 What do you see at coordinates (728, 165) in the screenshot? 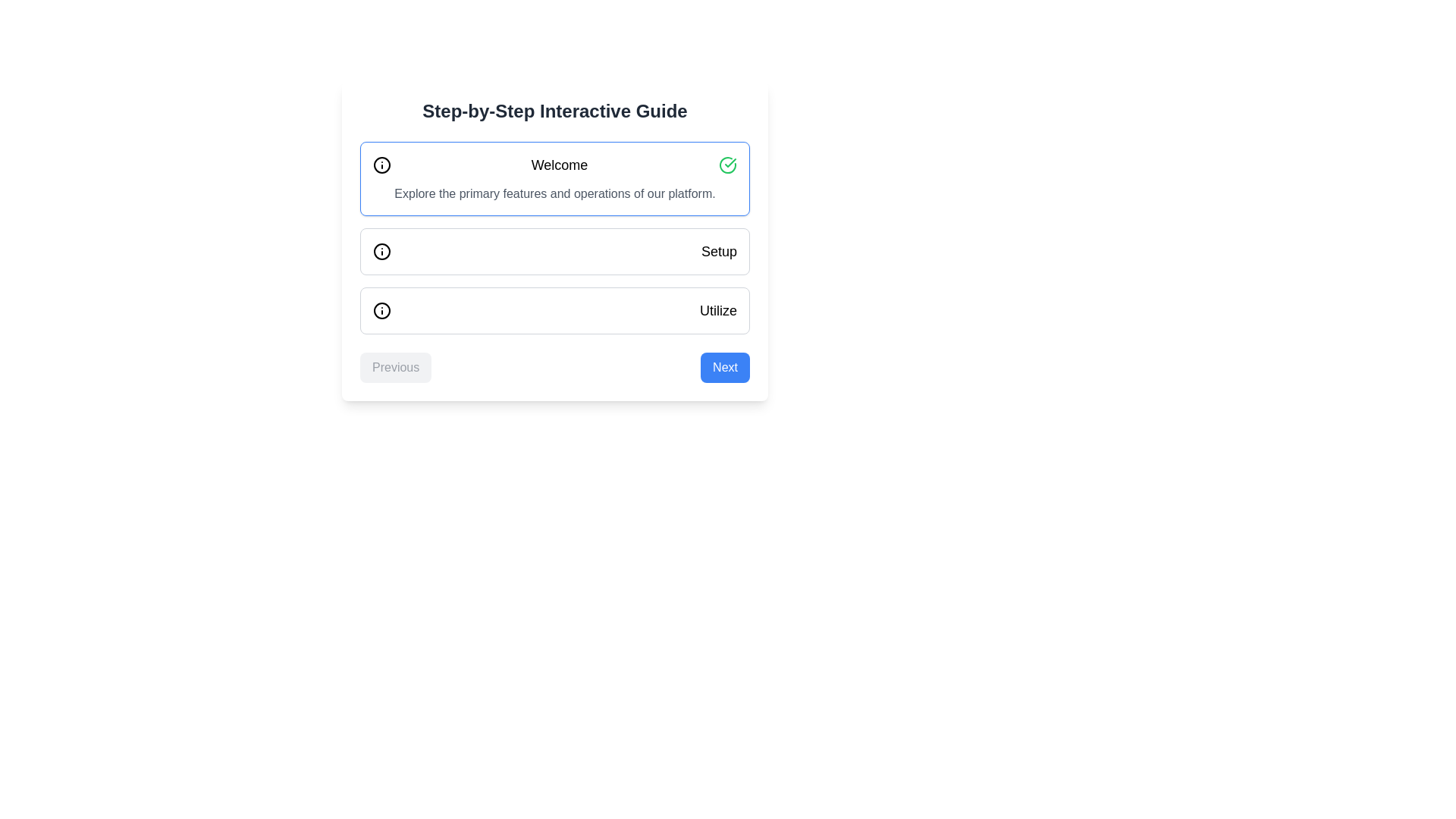
I see `the visual indicator icon that signifies the completion of the step corresponding to the 'Welcome' text` at bounding box center [728, 165].